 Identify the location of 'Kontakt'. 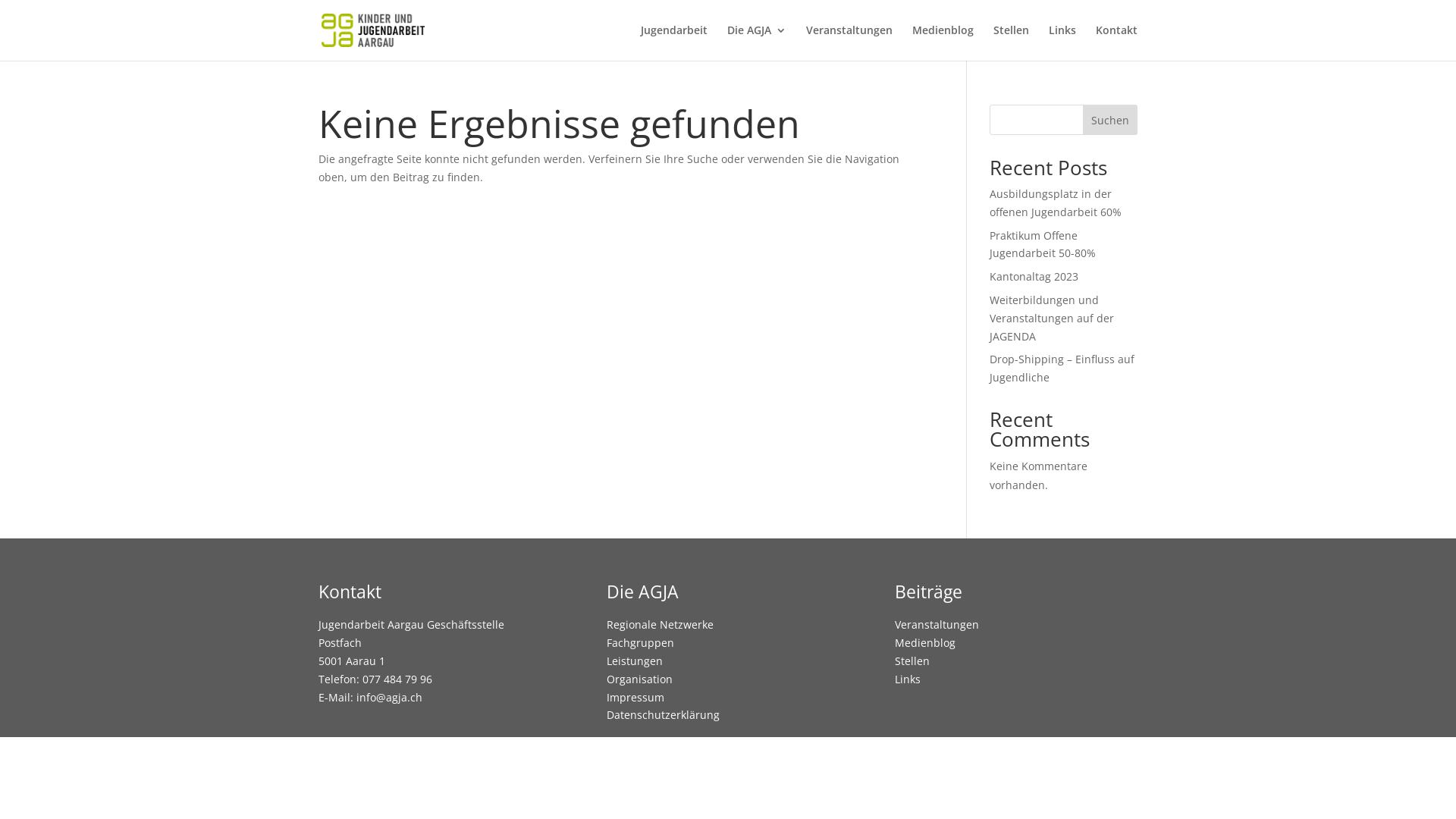
(1116, 42).